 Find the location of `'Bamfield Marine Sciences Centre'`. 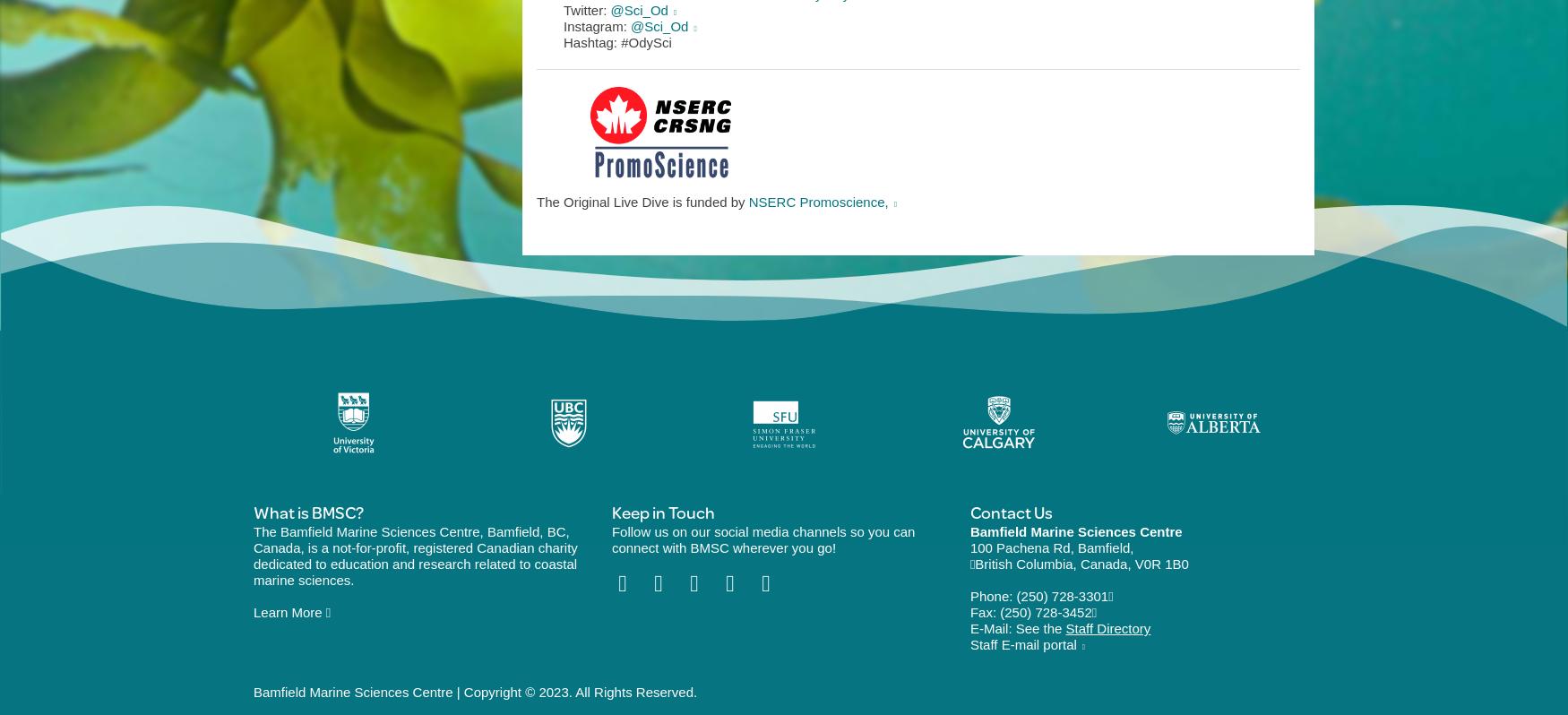

'Bamfield Marine Sciences Centre' is located at coordinates (1075, 530).